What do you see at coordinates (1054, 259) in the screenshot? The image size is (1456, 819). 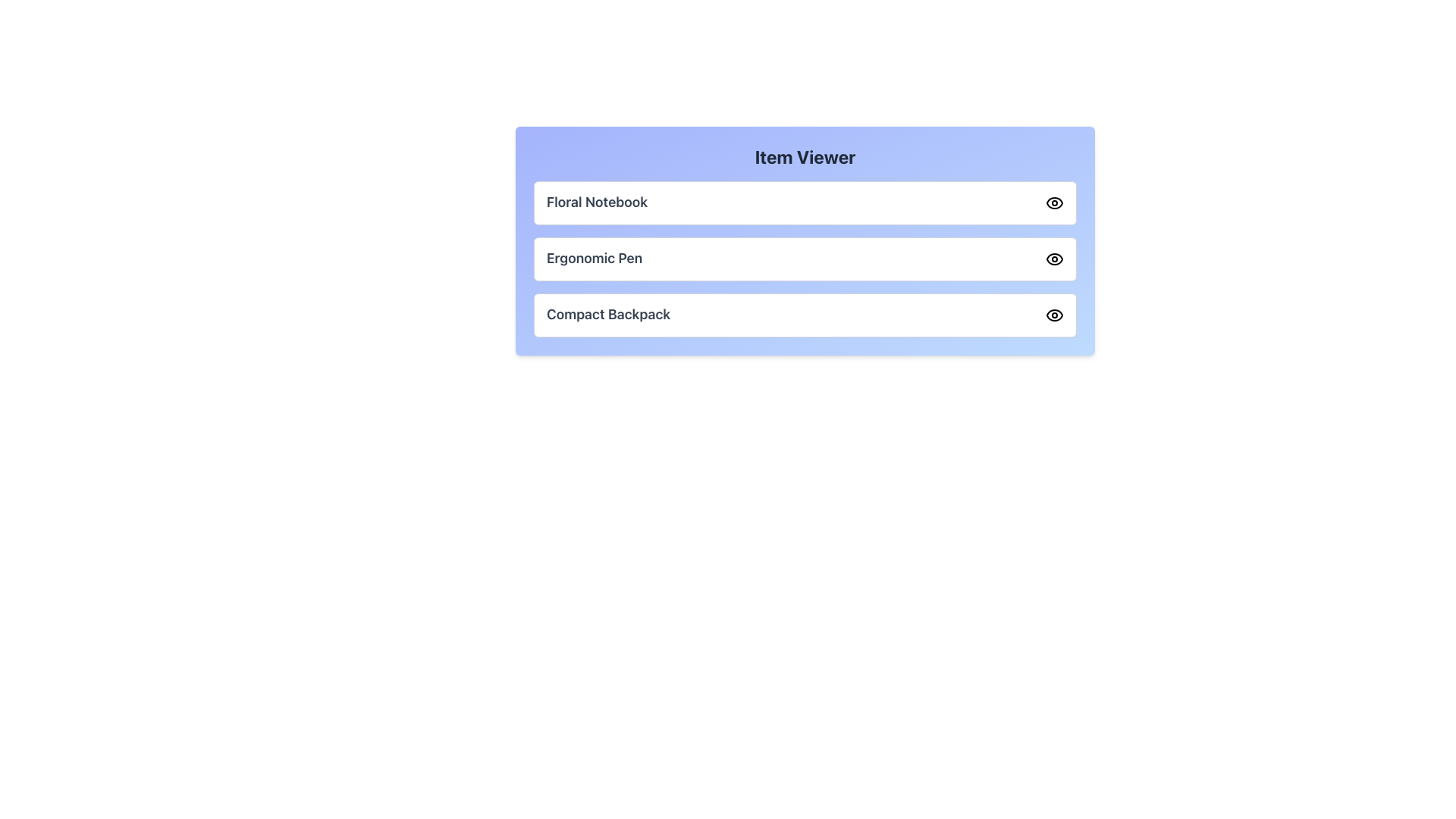 I see `the eye-shaped icon button at the right end of the 'Ergonomic Pen' row` at bounding box center [1054, 259].